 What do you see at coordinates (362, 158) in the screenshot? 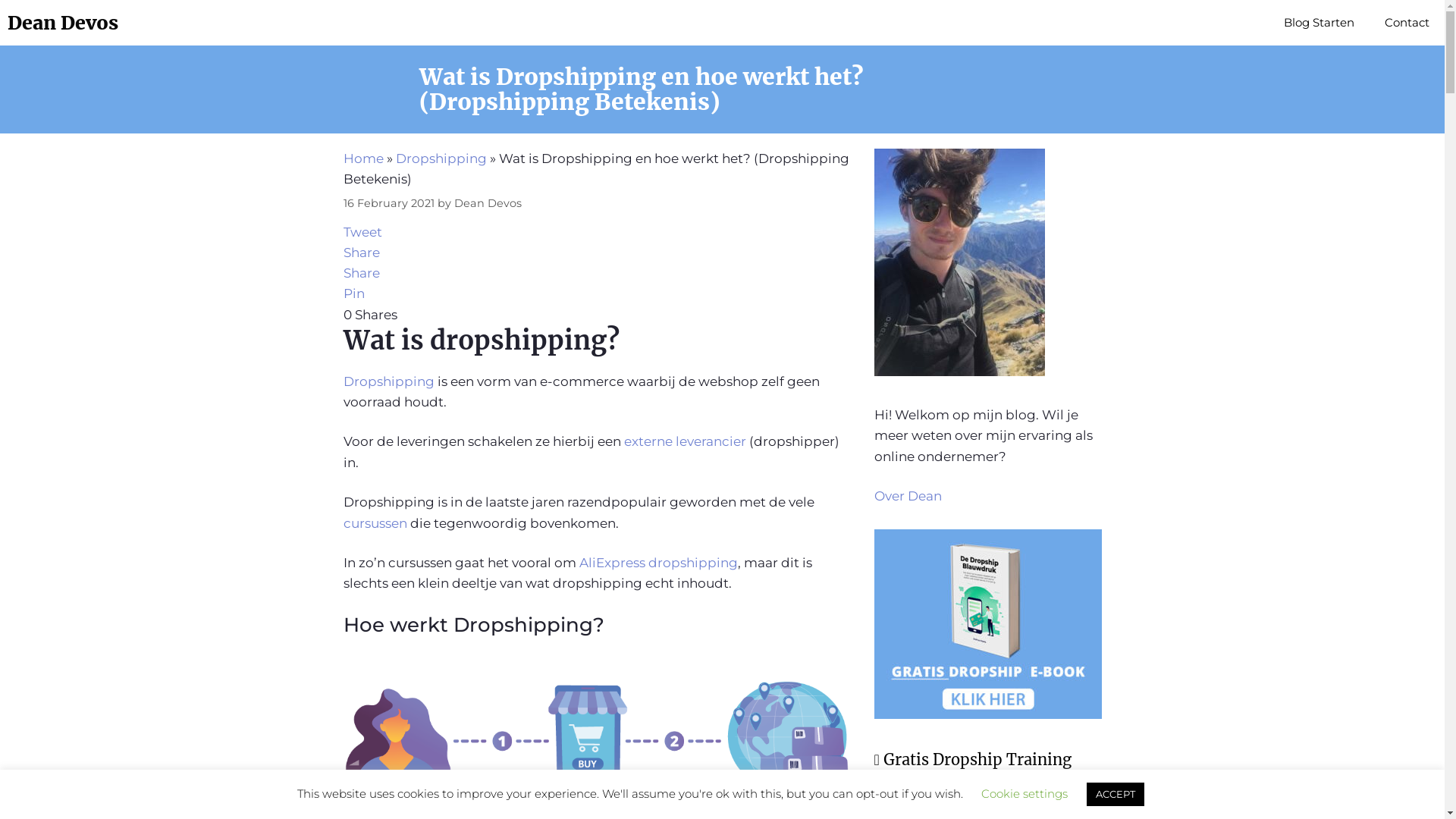
I see `'Home'` at bounding box center [362, 158].